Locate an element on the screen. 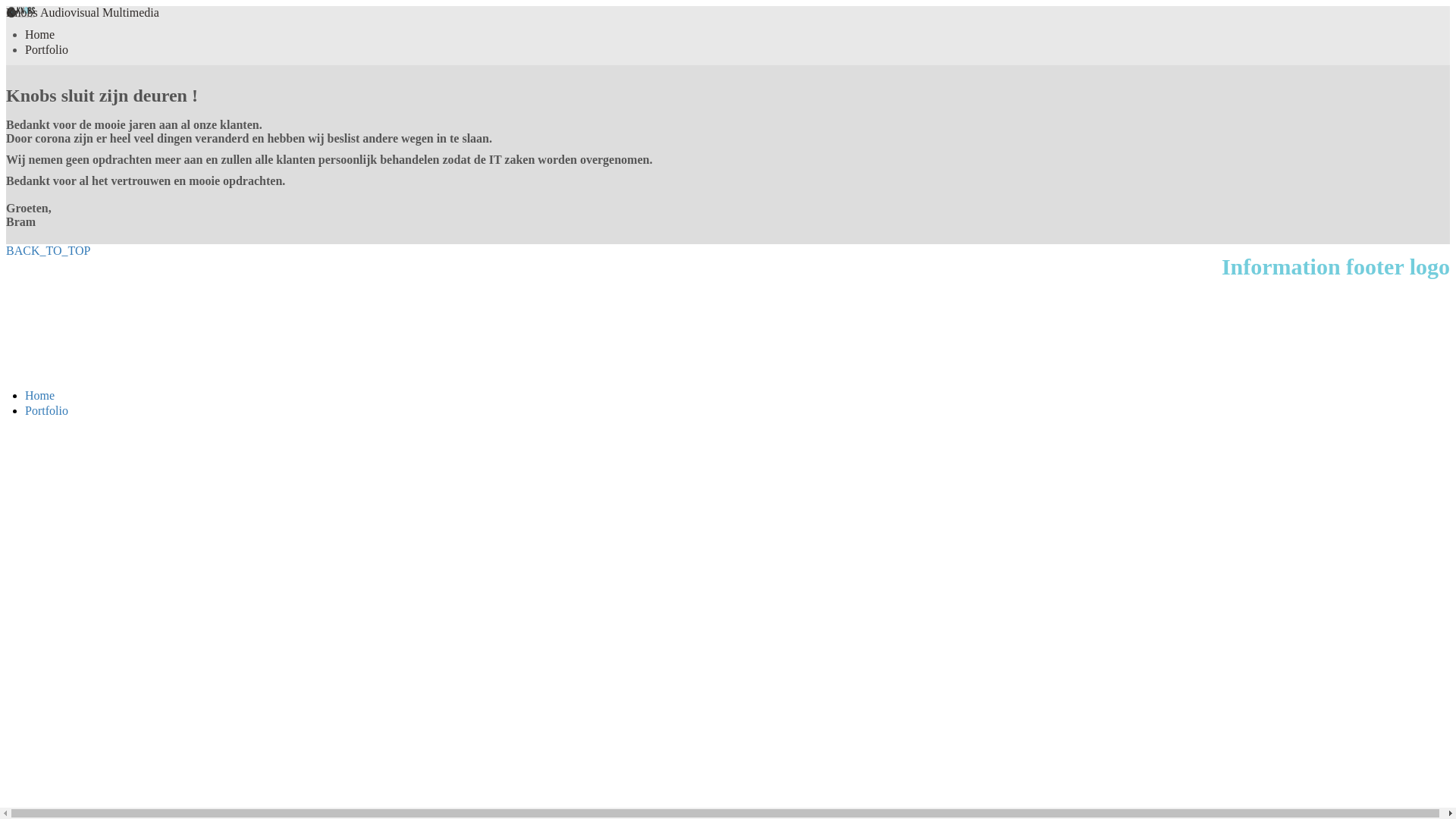 The image size is (1456, 819). 'Portfolio' is located at coordinates (25, 49).